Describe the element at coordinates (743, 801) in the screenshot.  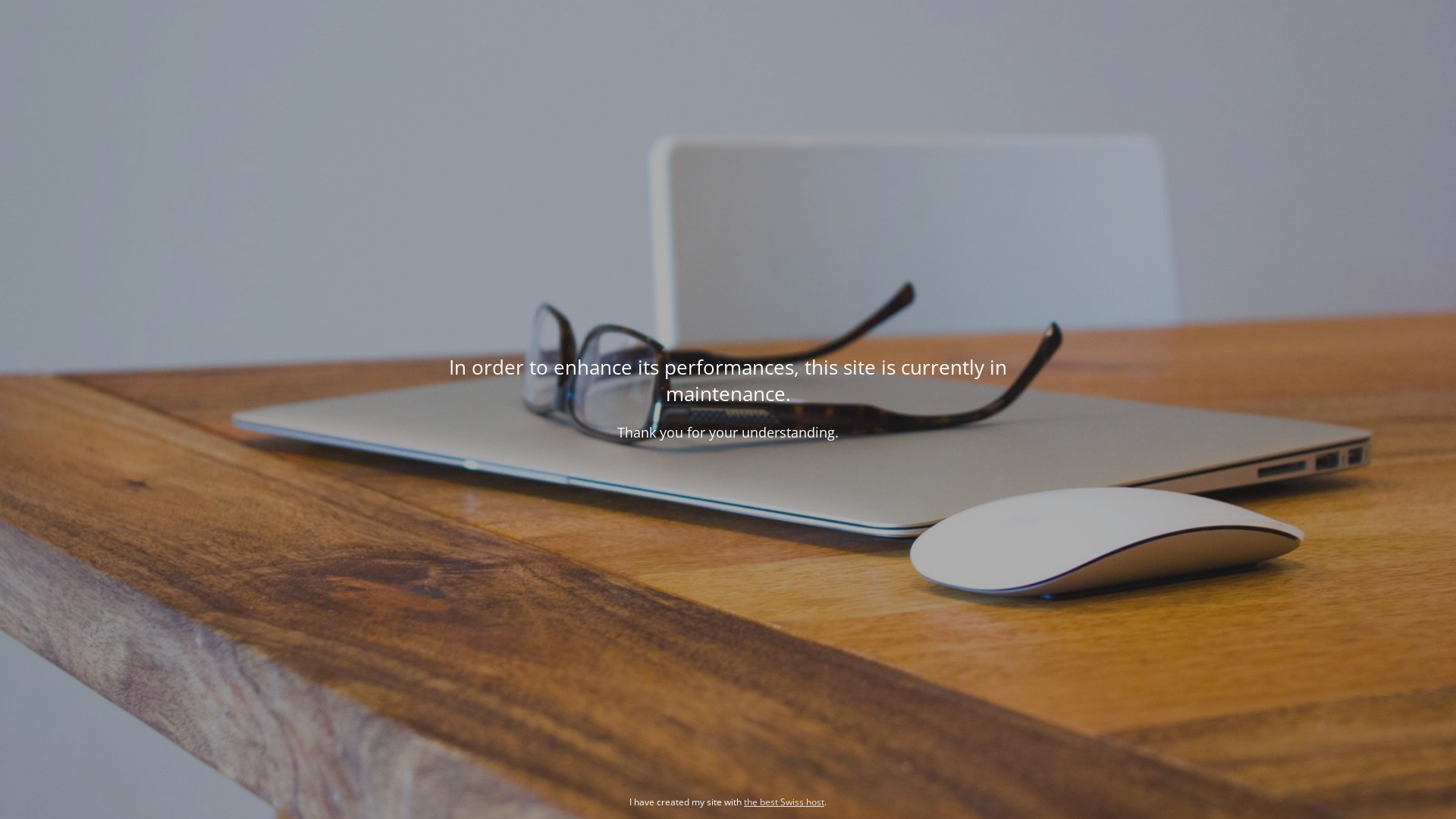
I see `'the best Swiss host'` at that location.